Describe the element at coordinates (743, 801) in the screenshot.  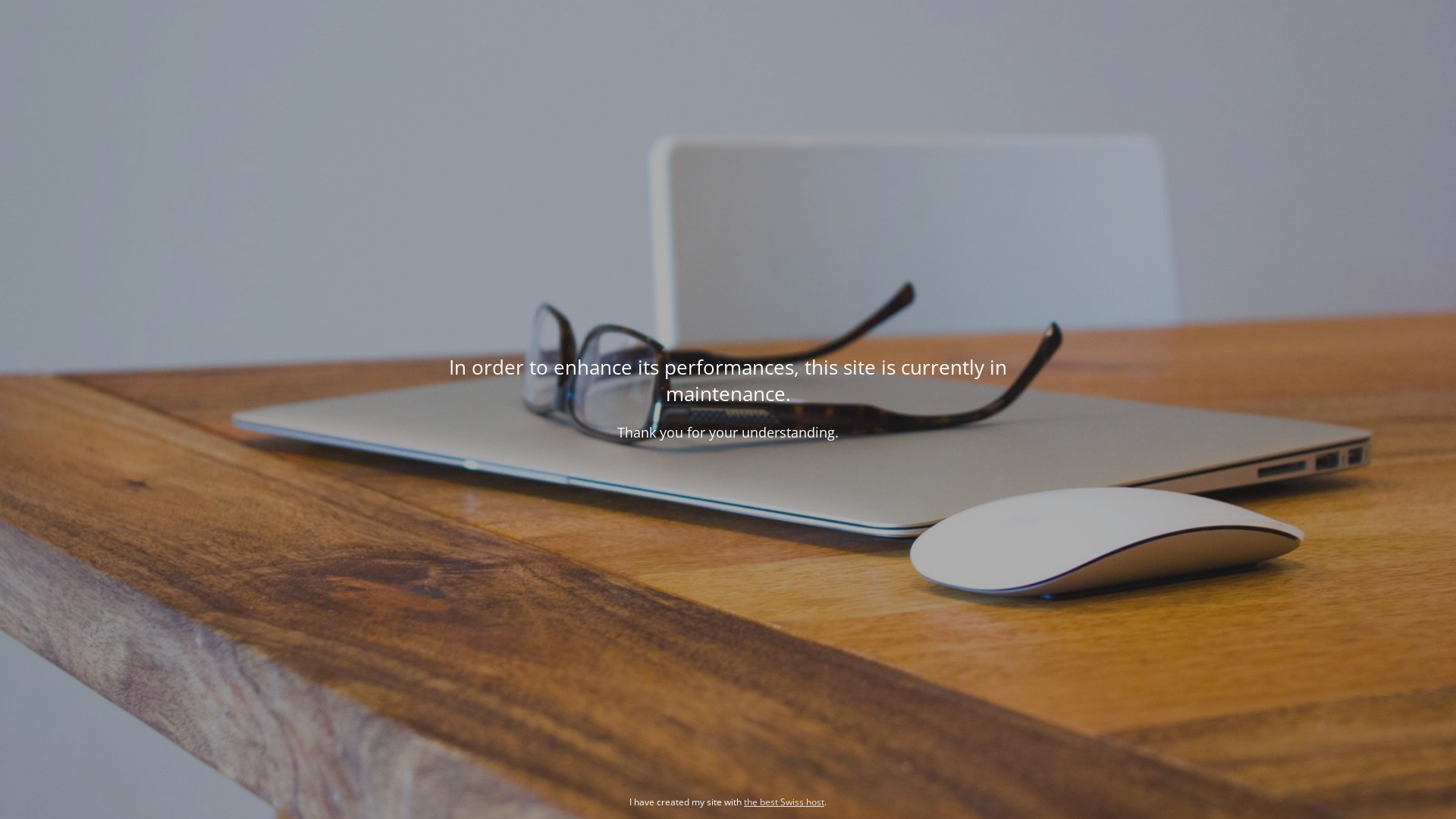
I see `'the best Swiss host'` at that location.